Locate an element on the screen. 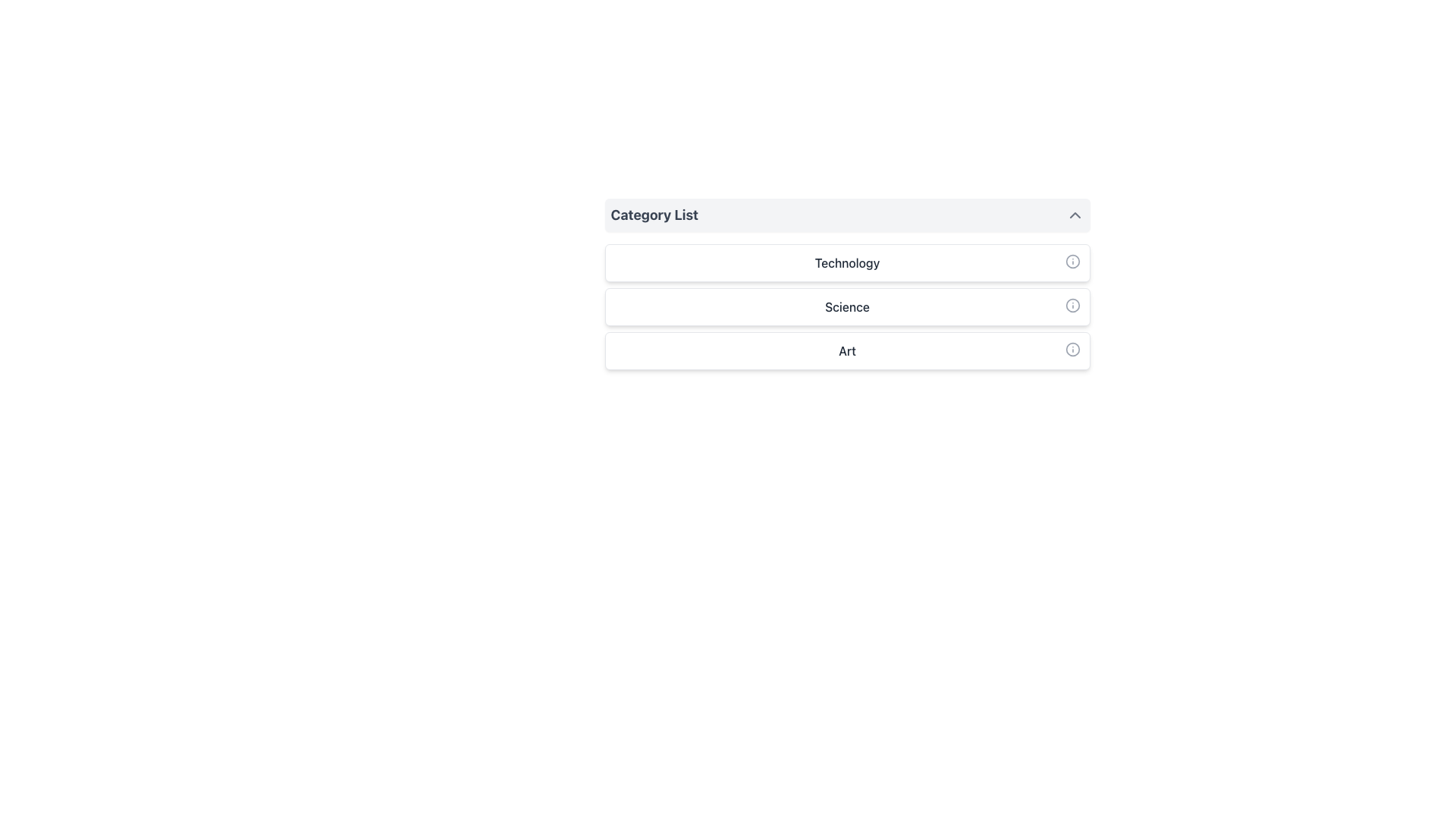 This screenshot has height=819, width=1456. SVG Circle element located to the right of the 'Art' category label in the UI is located at coordinates (1072, 350).